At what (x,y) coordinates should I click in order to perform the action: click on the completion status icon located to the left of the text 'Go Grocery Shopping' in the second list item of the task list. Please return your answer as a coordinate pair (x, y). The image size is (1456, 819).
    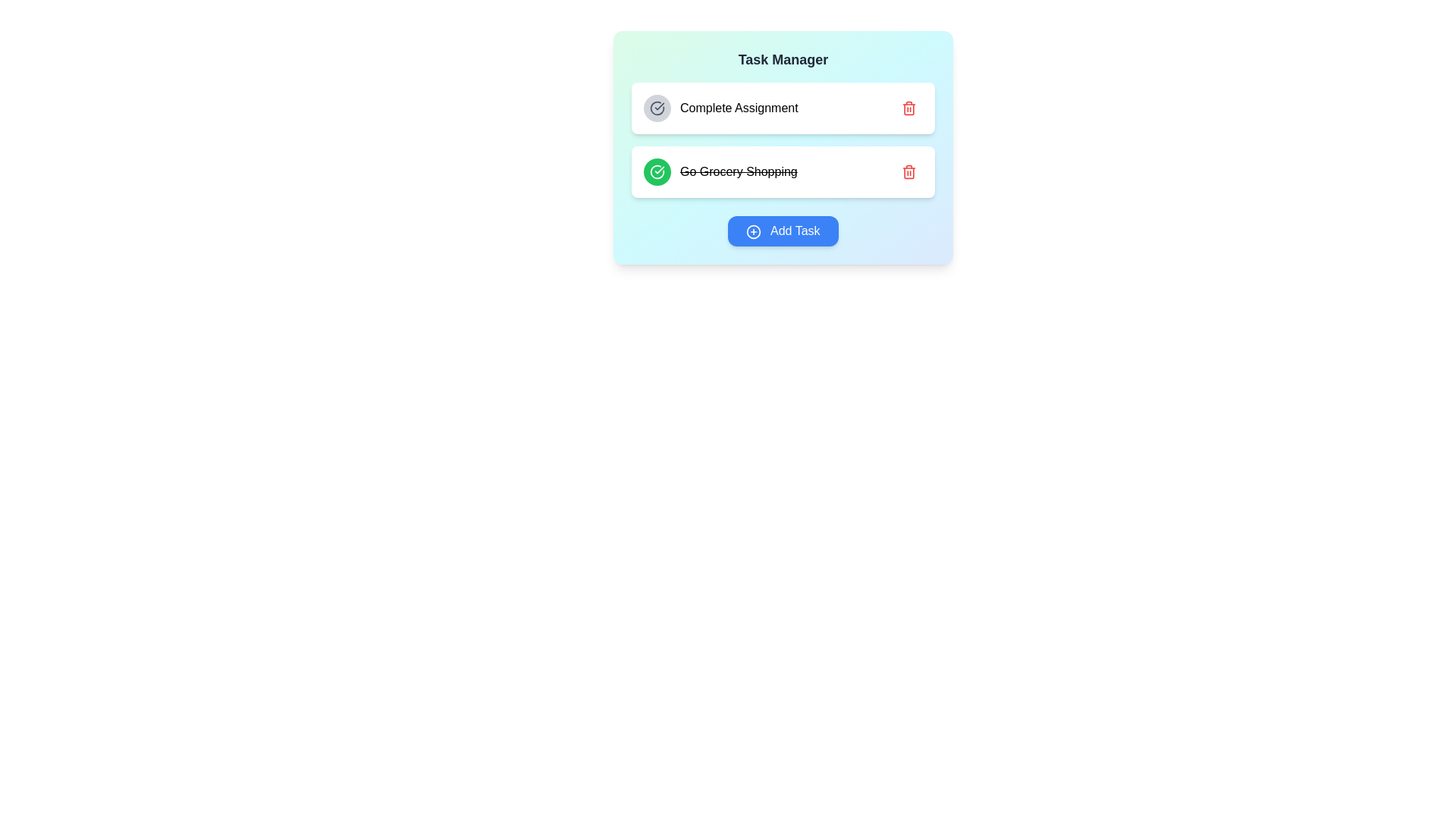
    Looking at the image, I should click on (657, 171).